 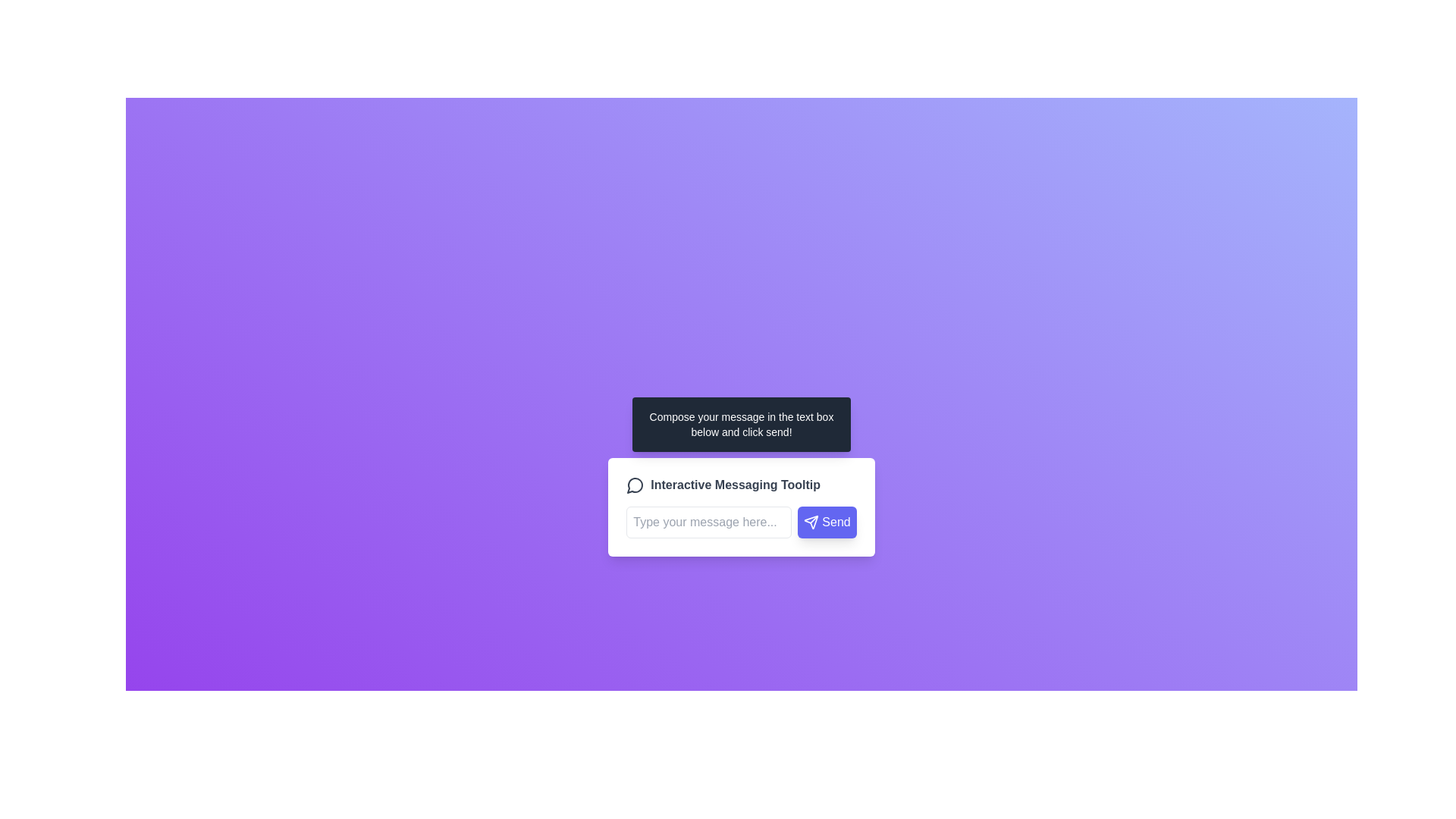 What do you see at coordinates (742, 424) in the screenshot?
I see `the tooltip dialog that instructs 'Compose your message in the text box below and click send!' to read the instruction` at bounding box center [742, 424].